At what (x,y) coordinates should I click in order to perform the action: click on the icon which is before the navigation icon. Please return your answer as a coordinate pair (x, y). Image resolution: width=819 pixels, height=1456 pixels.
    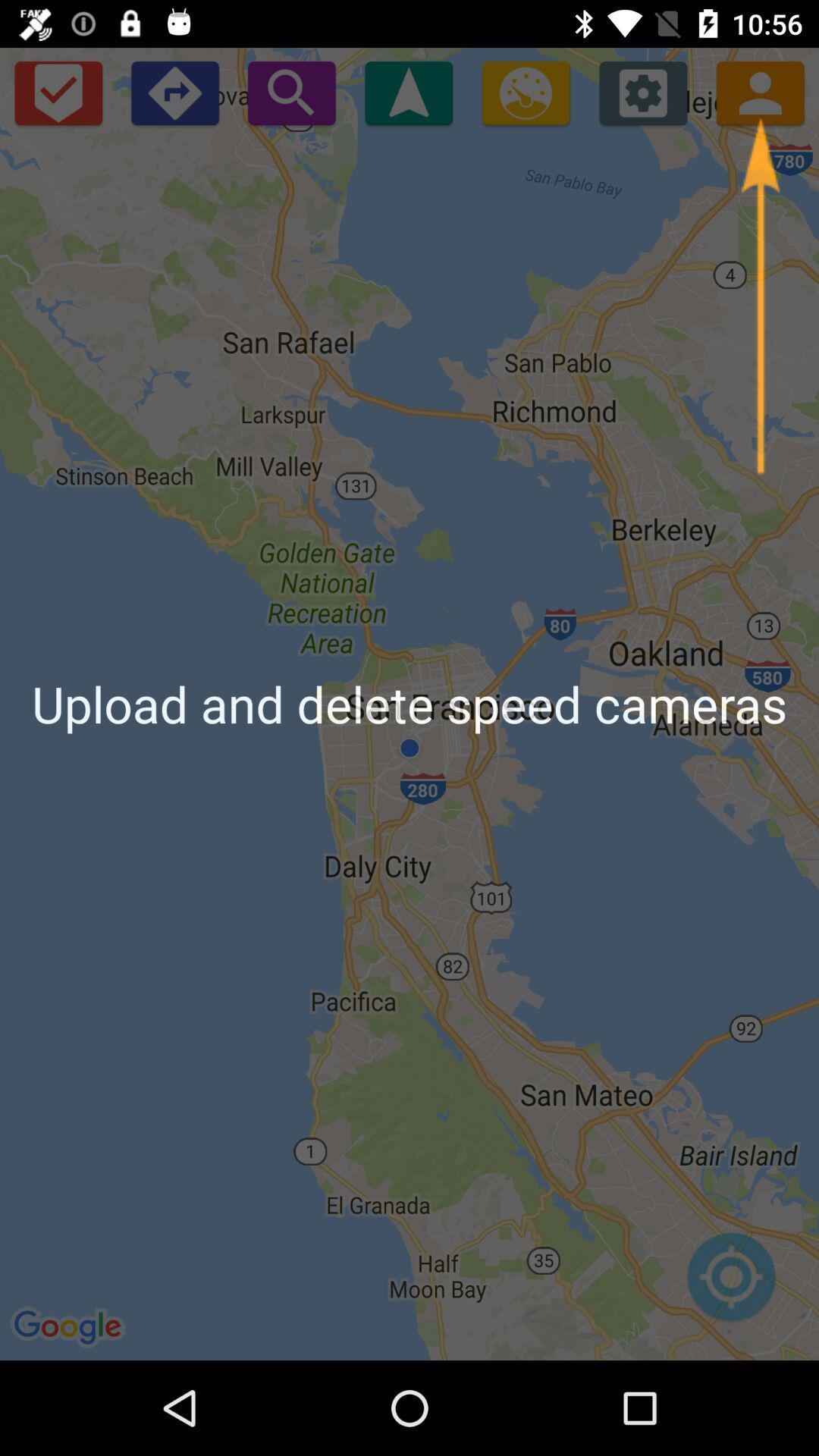
    Looking at the image, I should click on (292, 92).